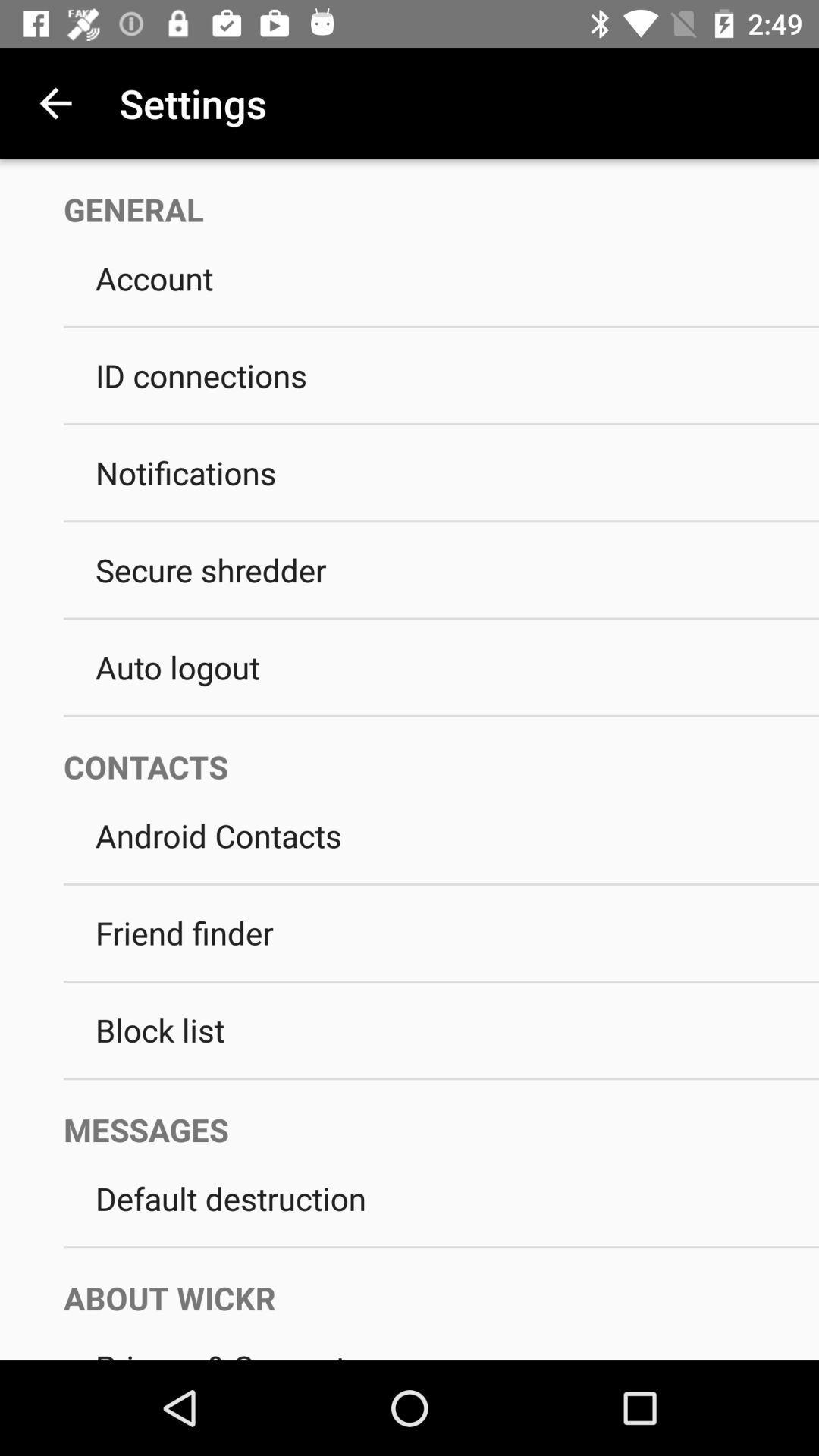 Image resolution: width=819 pixels, height=1456 pixels. I want to click on the icon above secure shredder item, so click(441, 521).